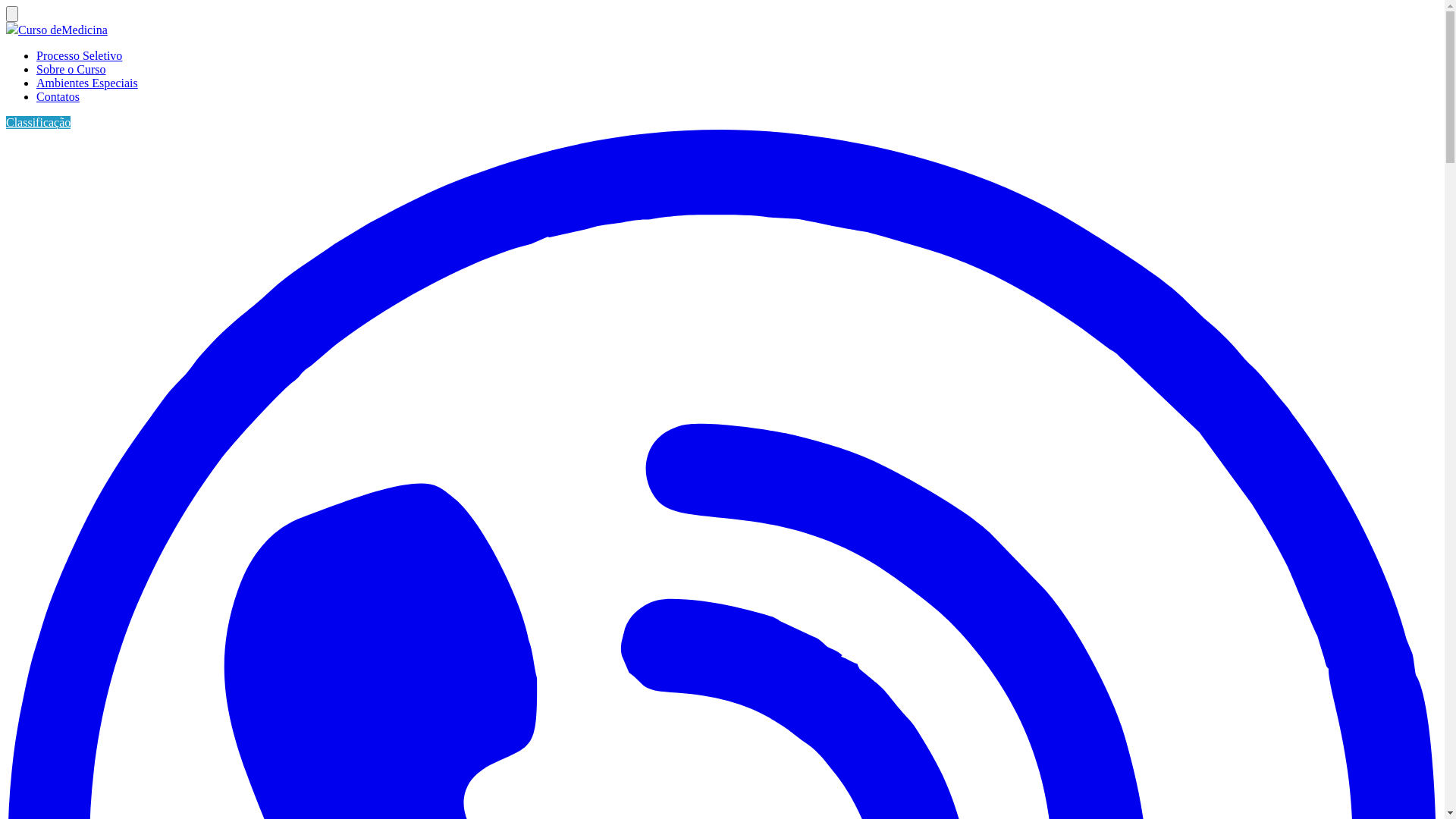 The height and width of the screenshot is (819, 1456). I want to click on 'Processo Seletivo', so click(78, 55).